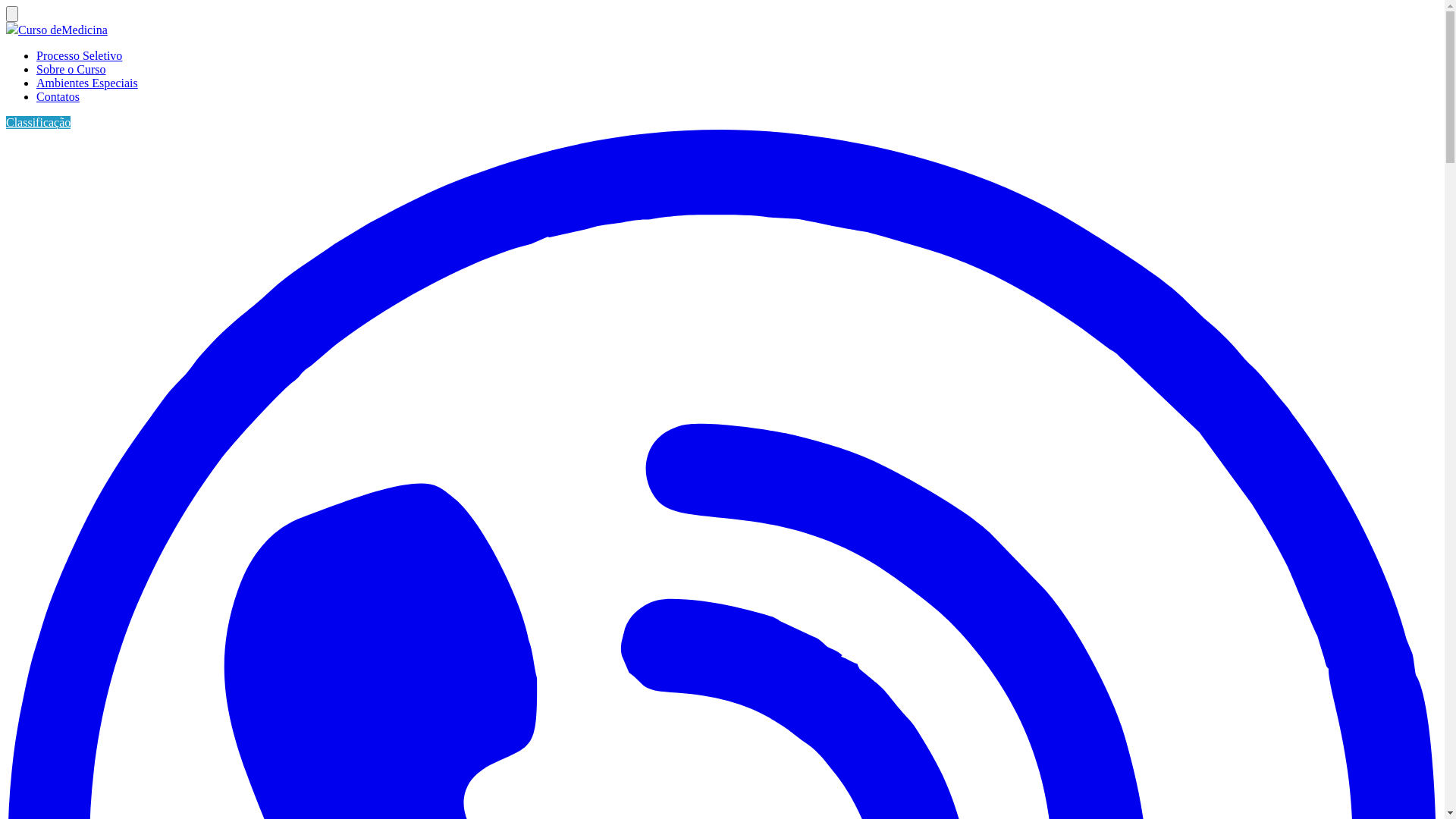 The height and width of the screenshot is (819, 1456). I want to click on 'Processo Seletivo', so click(78, 55).